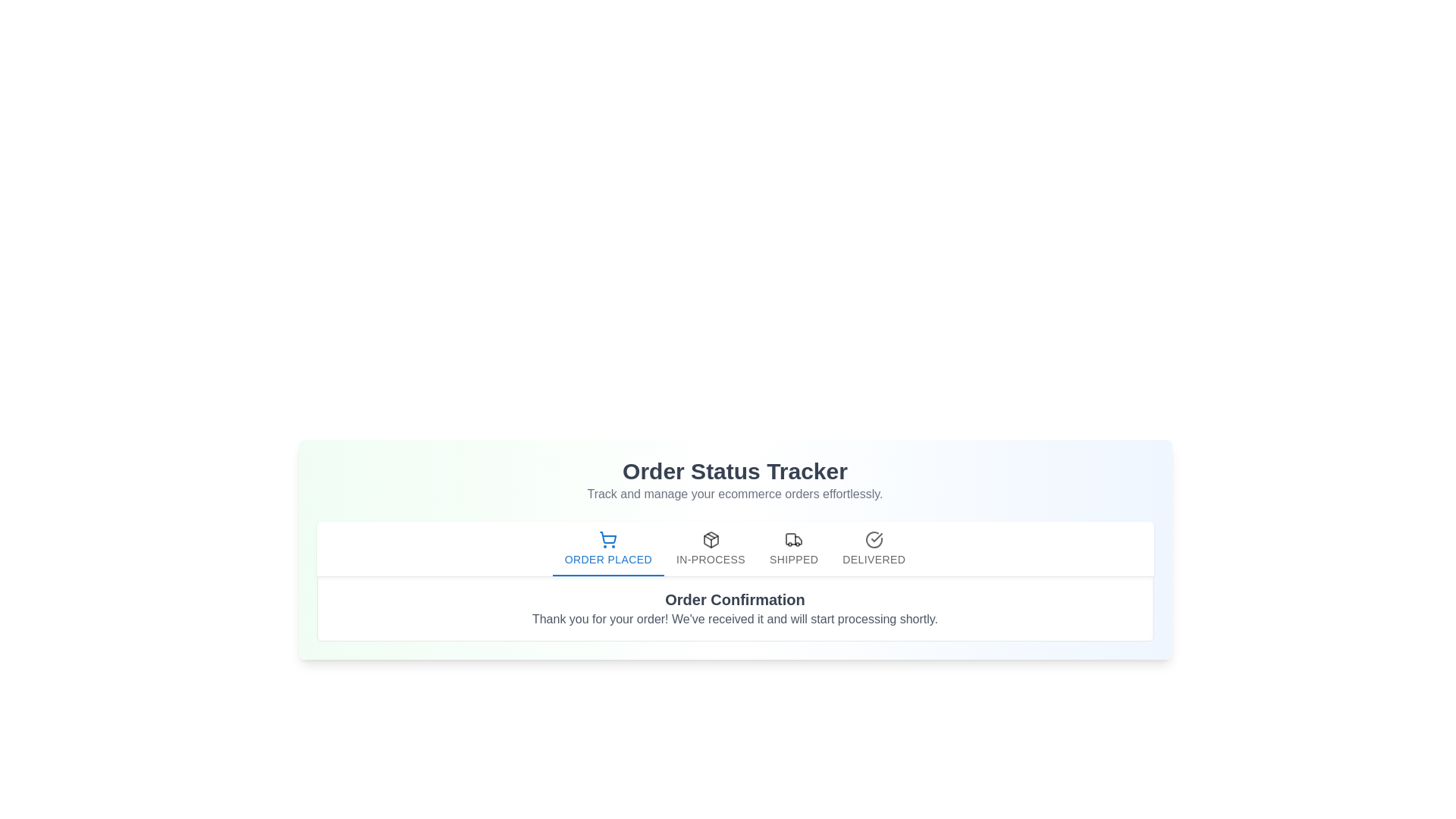  Describe the element at coordinates (874, 549) in the screenshot. I see `the fourth tab button titled 'Delivery Status' in the 'Order Status Tabs' section` at that location.